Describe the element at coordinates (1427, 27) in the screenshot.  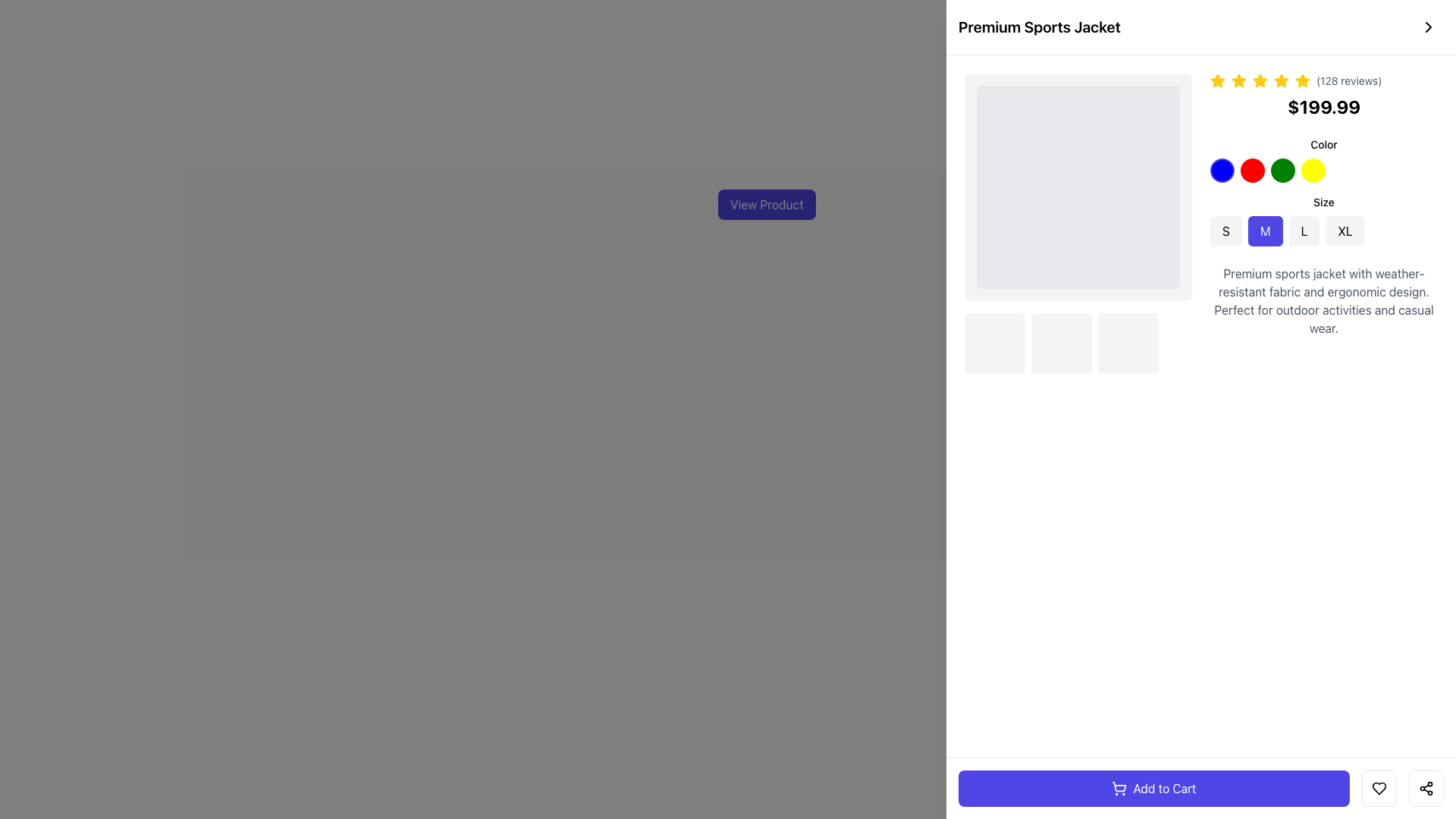
I see `the circular button with a chevron icon on the right side of the 'Premium Sports Jacket' text` at that location.